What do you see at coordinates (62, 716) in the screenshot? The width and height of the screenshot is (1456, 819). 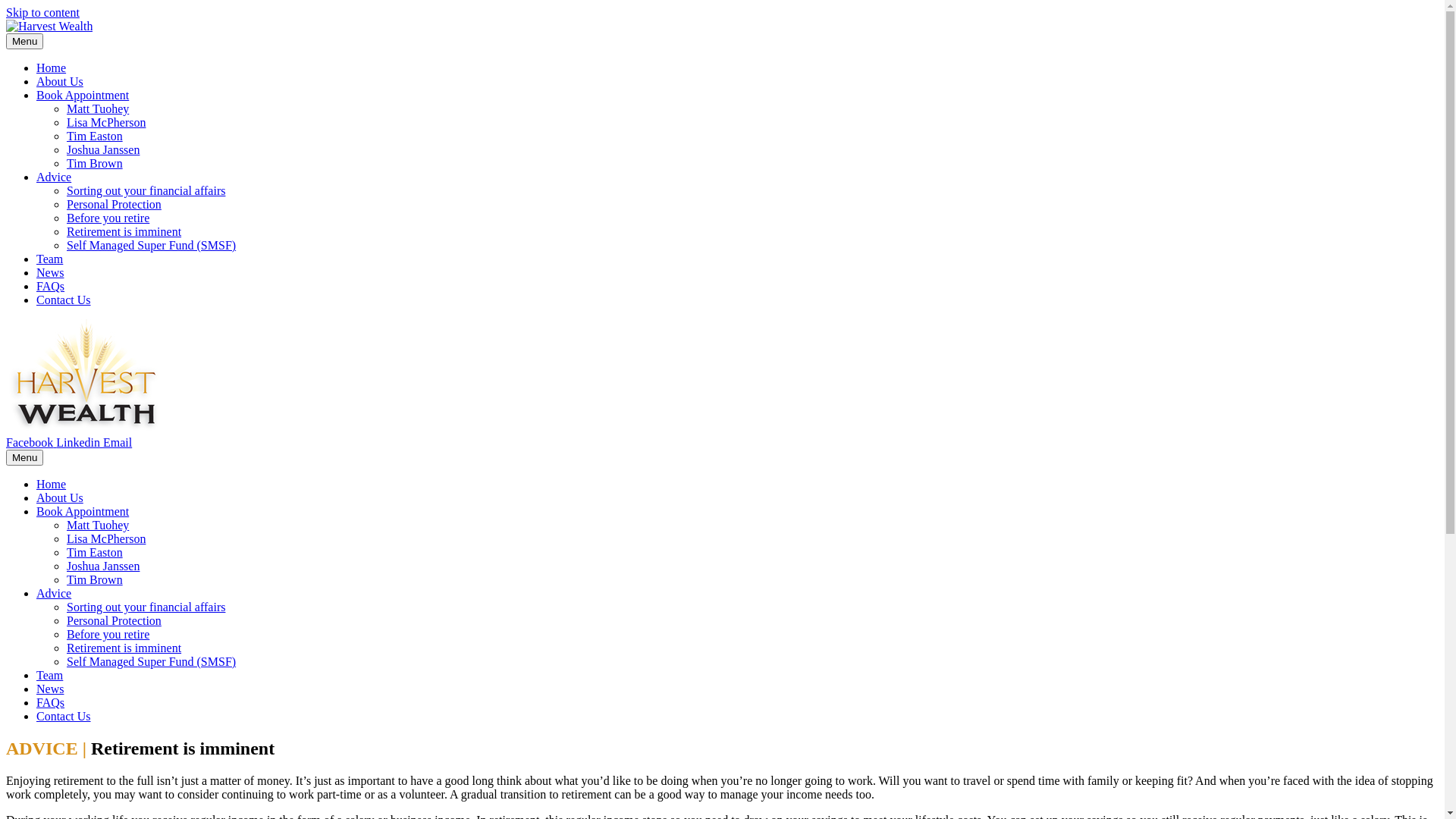 I see `'Contact Us'` at bounding box center [62, 716].